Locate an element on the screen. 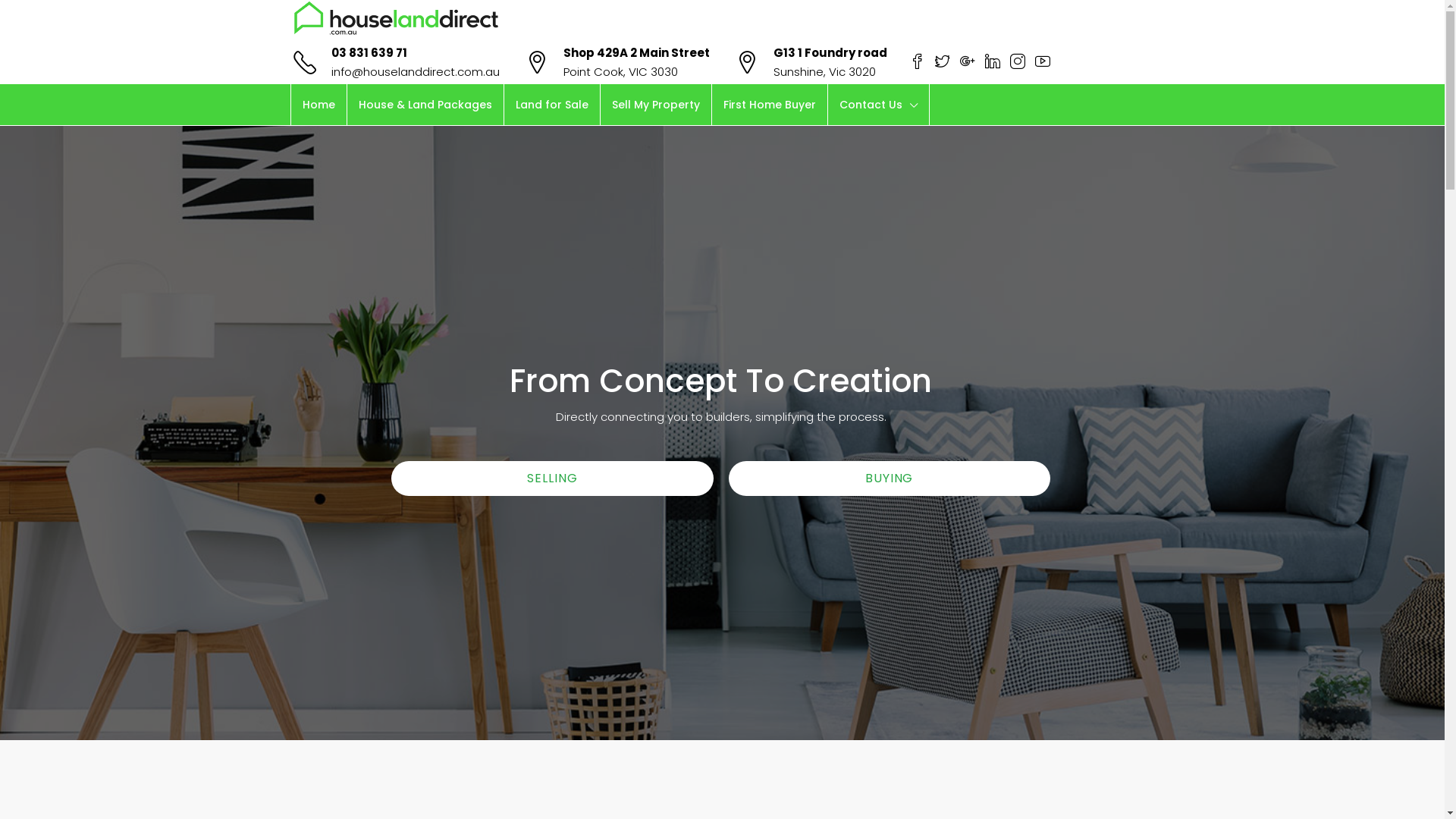 Image resolution: width=1456 pixels, height=819 pixels. 'Home' is located at coordinates (318, 104).